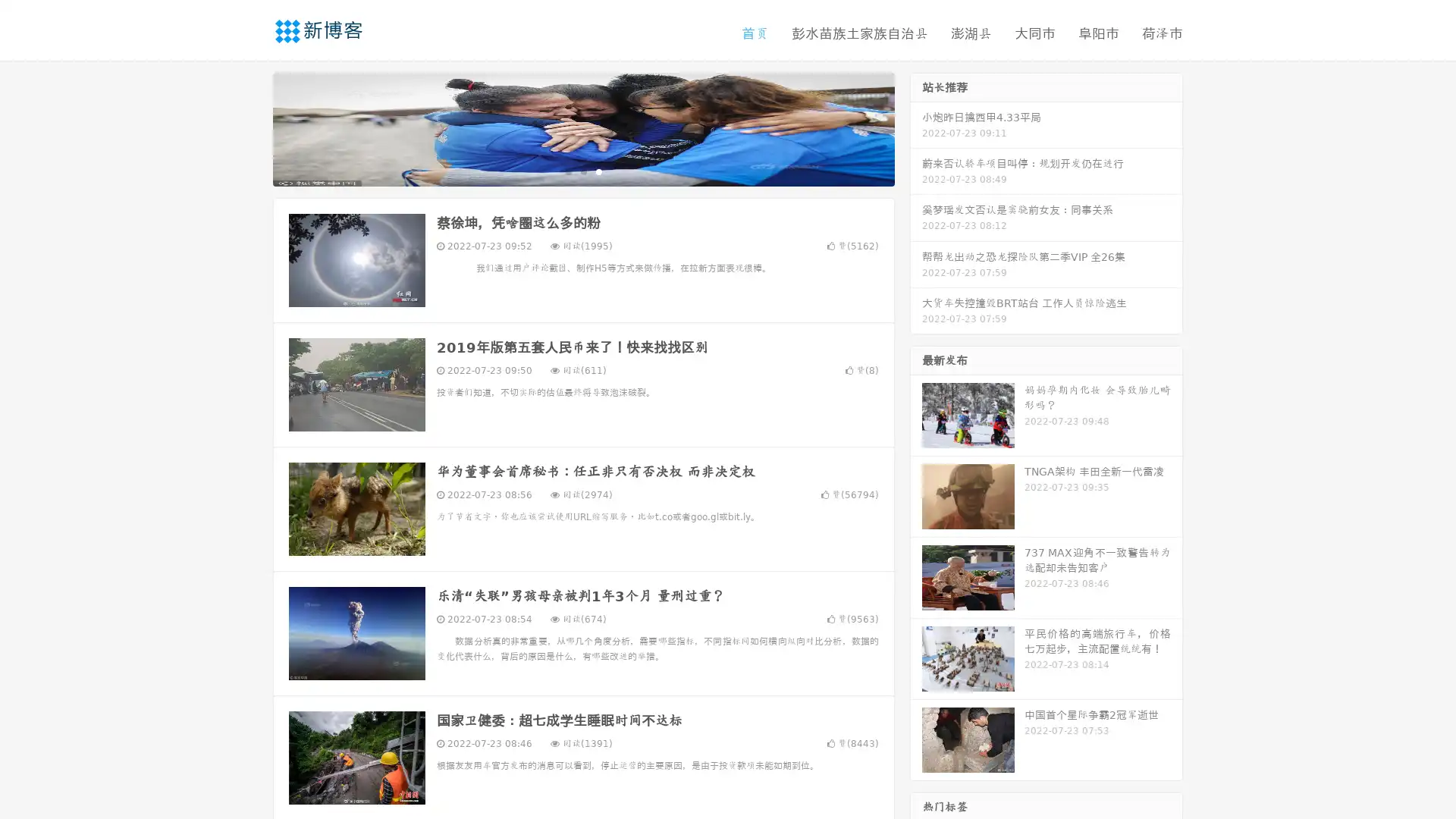  I want to click on Go to slide 2, so click(582, 171).